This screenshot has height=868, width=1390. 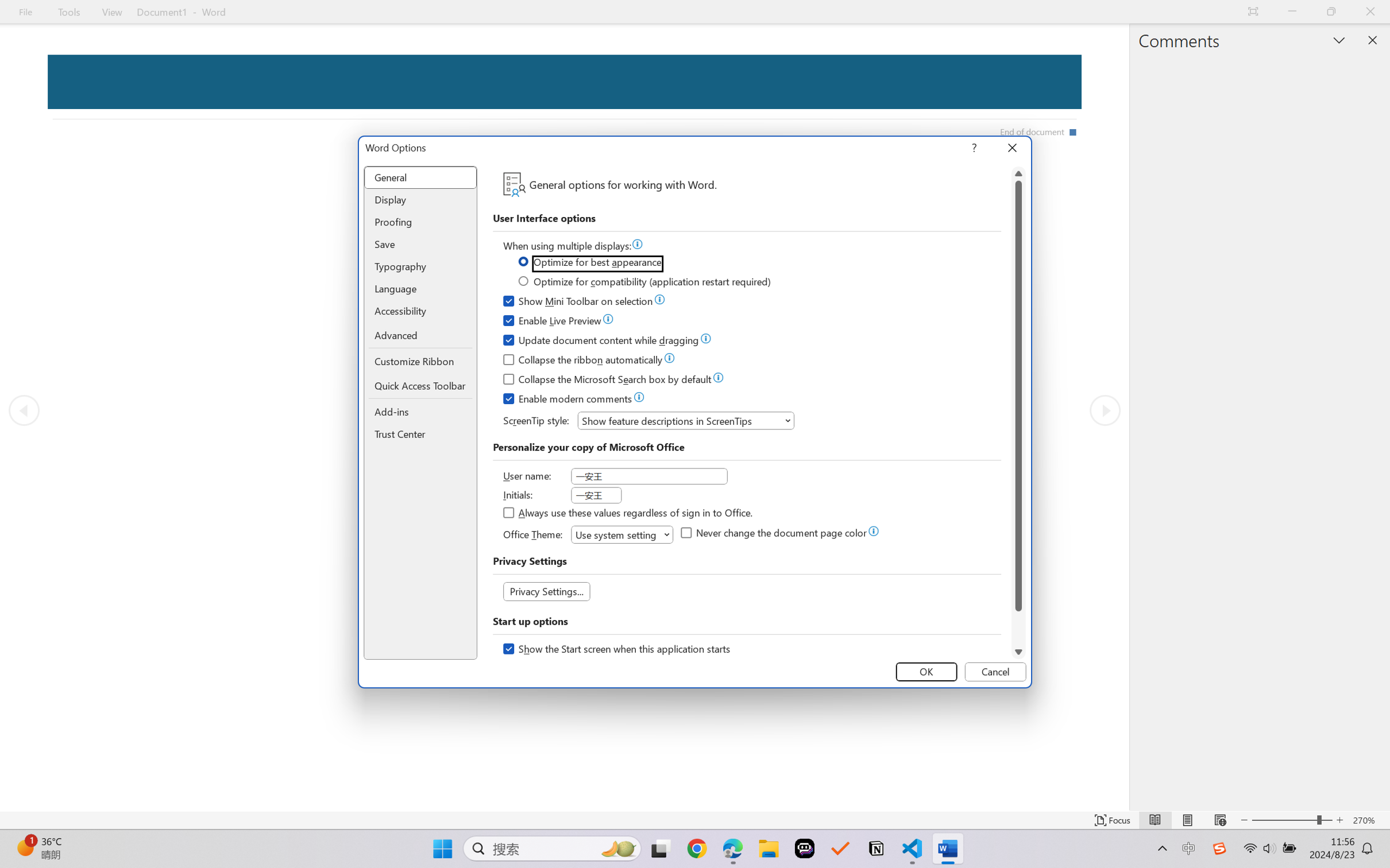 I want to click on 'Increase Text Size', so click(x=1339, y=820).